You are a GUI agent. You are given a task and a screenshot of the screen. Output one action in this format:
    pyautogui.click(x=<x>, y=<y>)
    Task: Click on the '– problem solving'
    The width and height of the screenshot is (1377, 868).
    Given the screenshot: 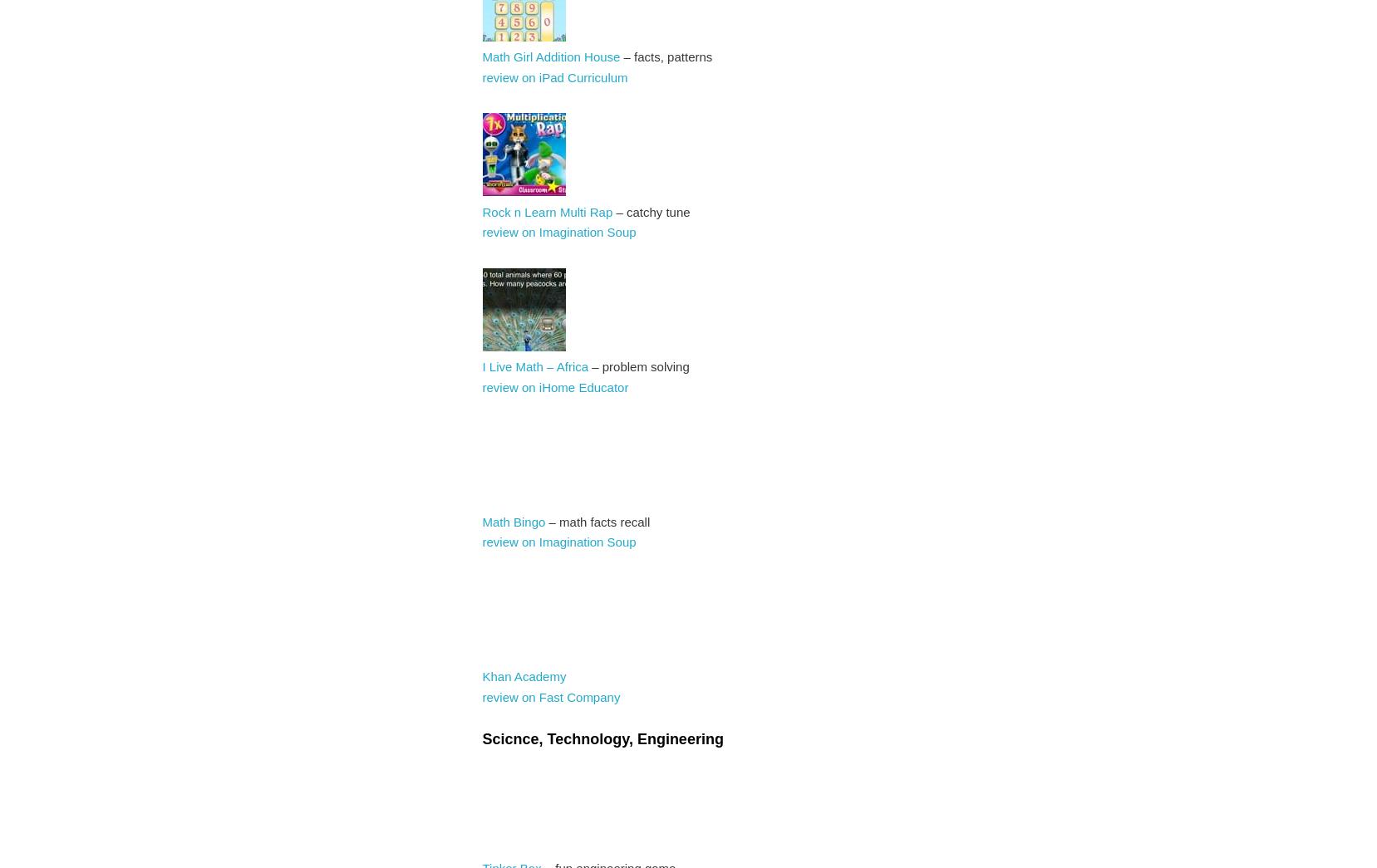 What is the action you would take?
    pyautogui.click(x=637, y=366)
    